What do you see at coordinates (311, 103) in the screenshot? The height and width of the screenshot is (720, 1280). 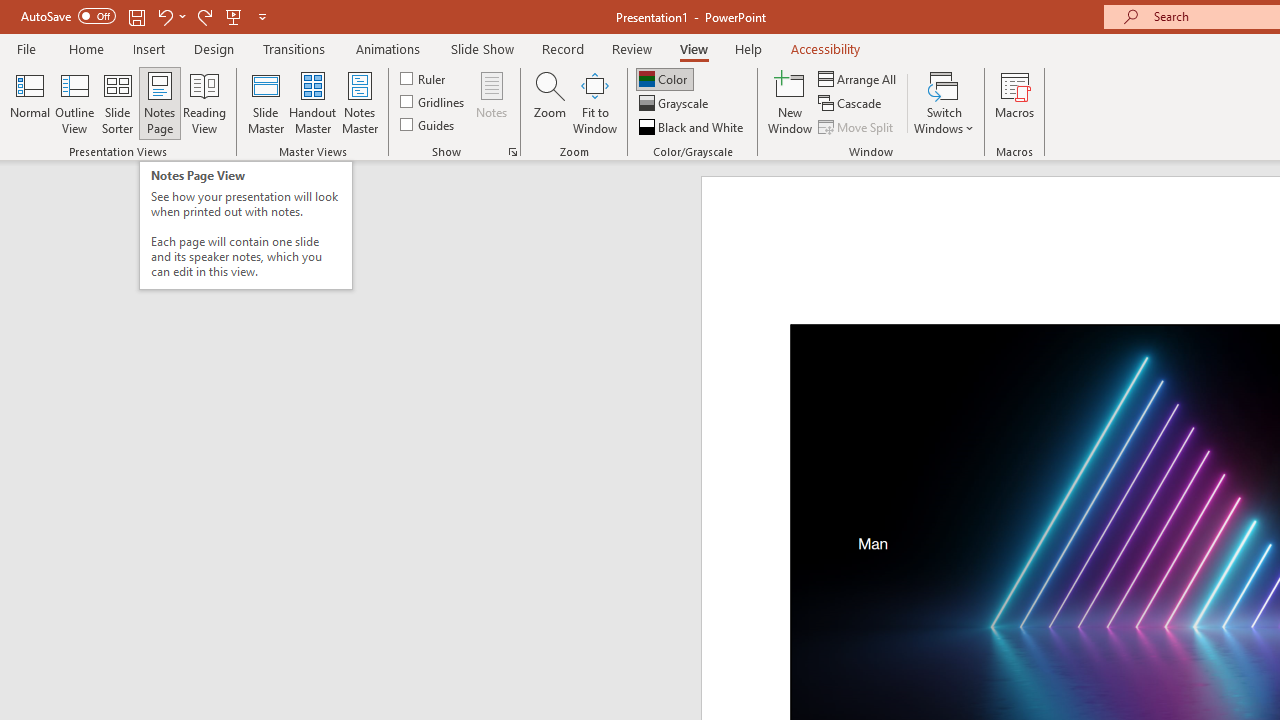 I see `'Handout Master'` at bounding box center [311, 103].